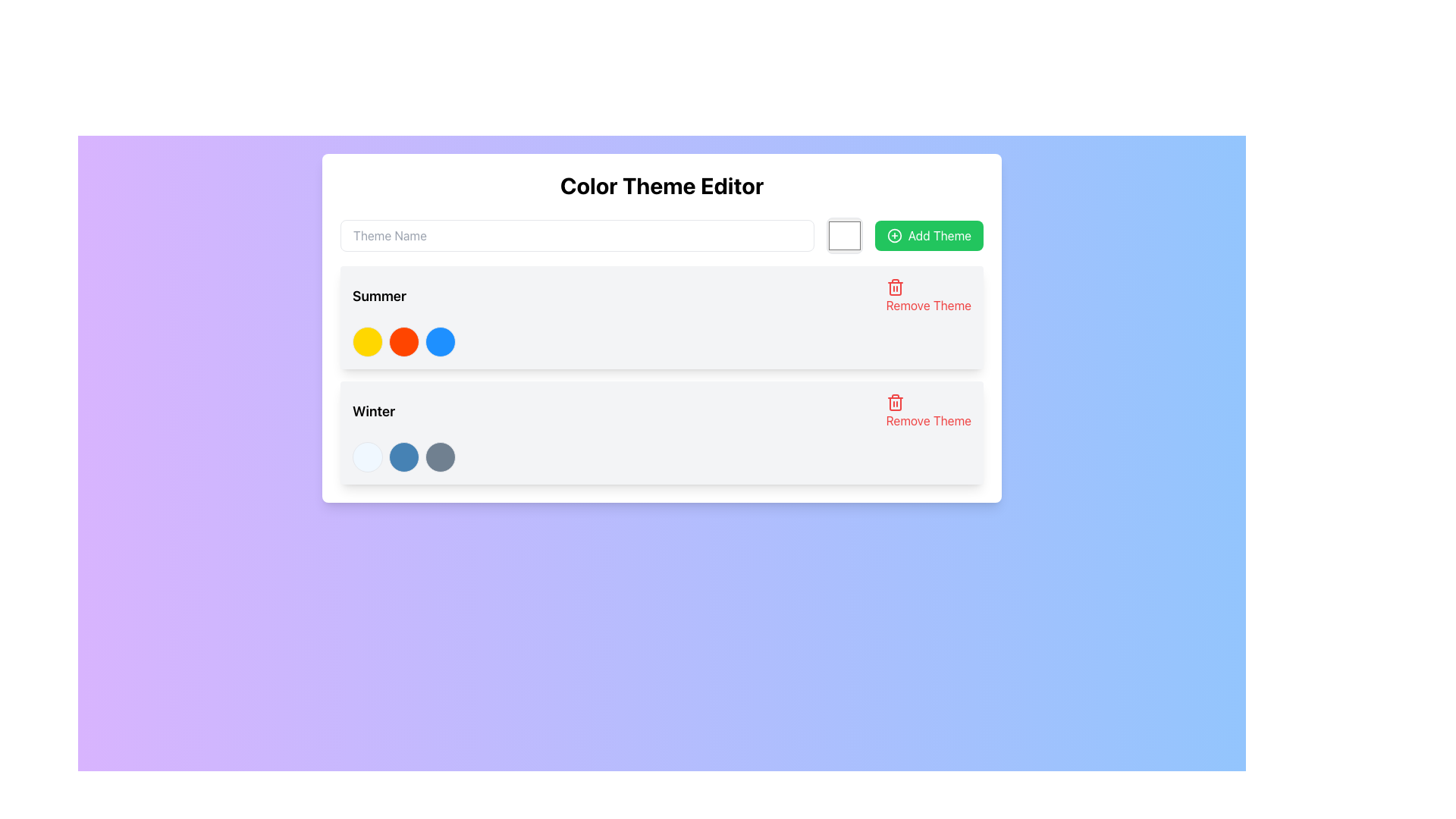 This screenshot has width=1456, height=819. Describe the element at coordinates (895, 287) in the screenshot. I see `the red trash can icon located in the top-right corner of the 'Summer' theme card, adjacent to the 'Remove Theme' text` at that location.